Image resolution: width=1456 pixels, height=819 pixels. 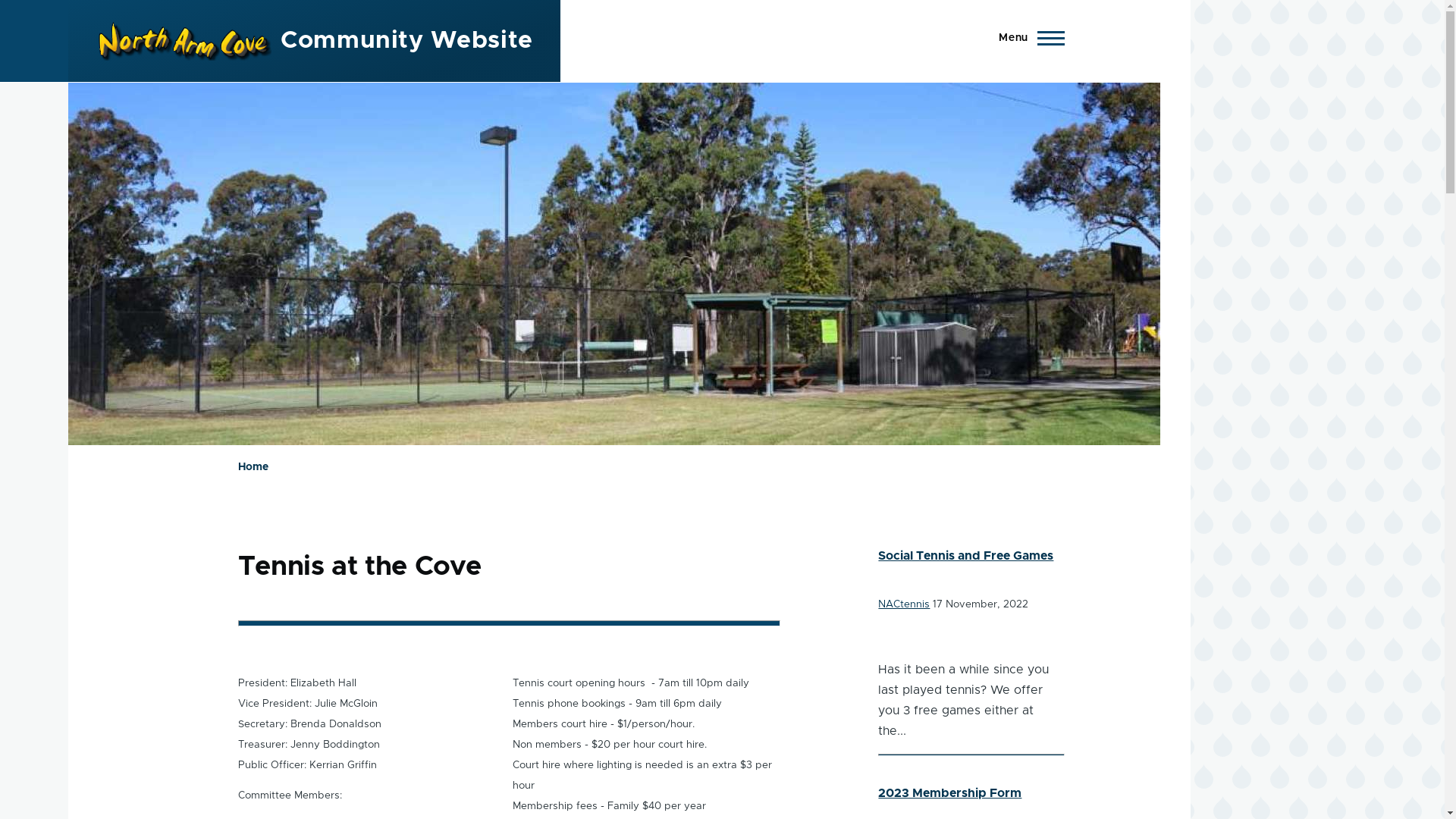 What do you see at coordinates (253, 466) in the screenshot?
I see `'Home'` at bounding box center [253, 466].